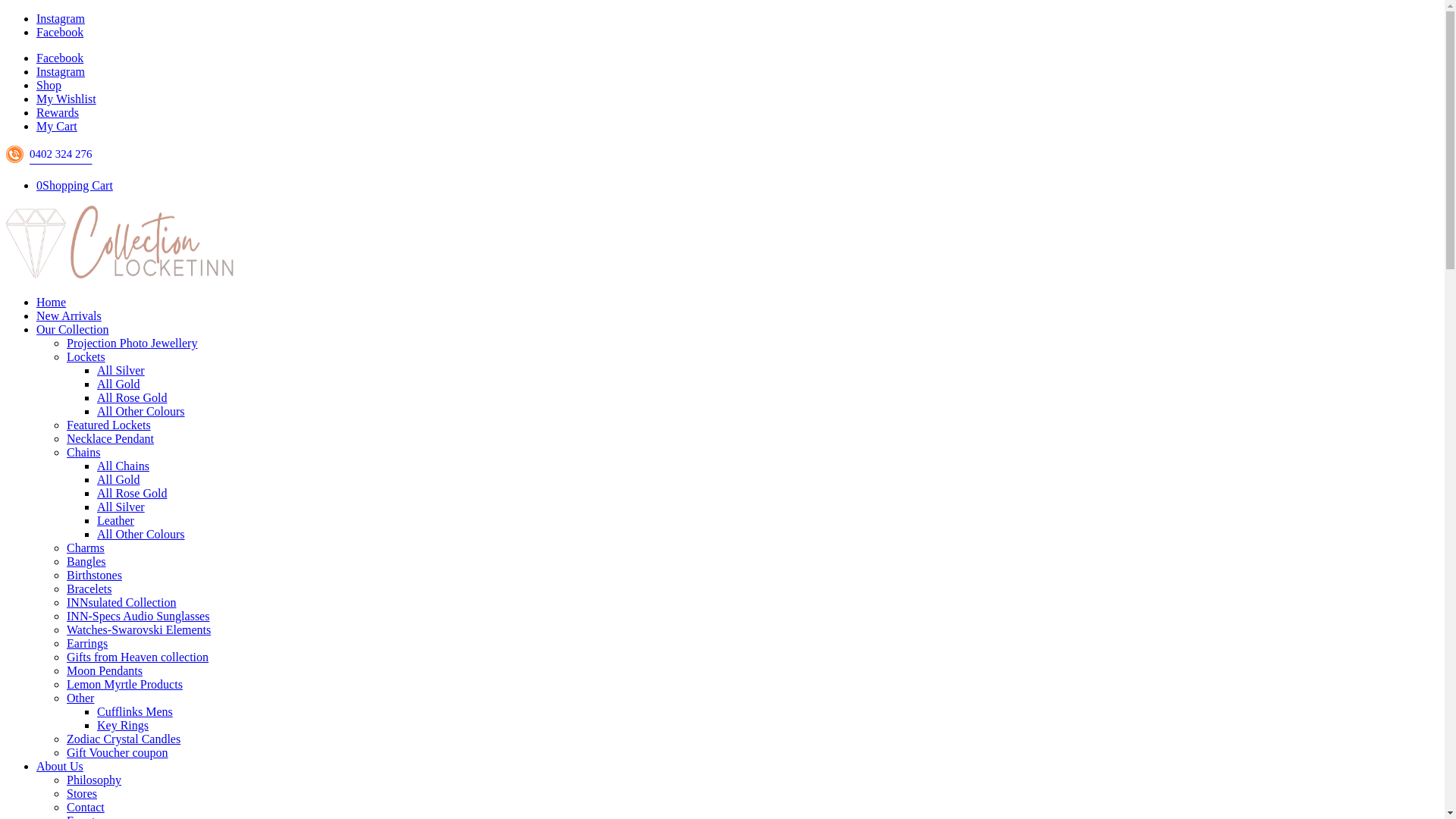 The height and width of the screenshot is (819, 1456). Describe the element at coordinates (65, 99) in the screenshot. I see `'My Wishlist'` at that location.